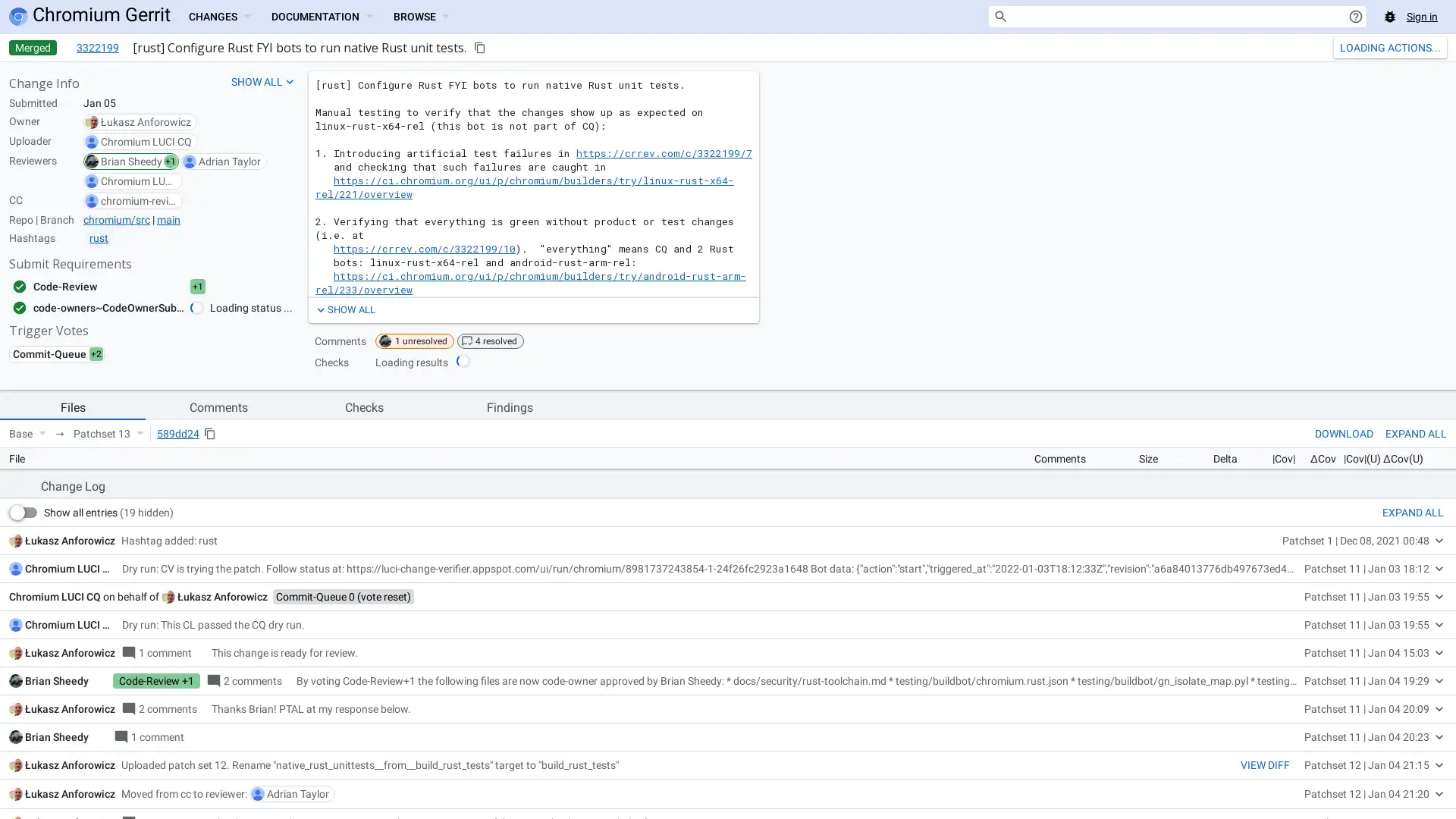  I want to click on EXPAND ALL, so click(1415, 433).